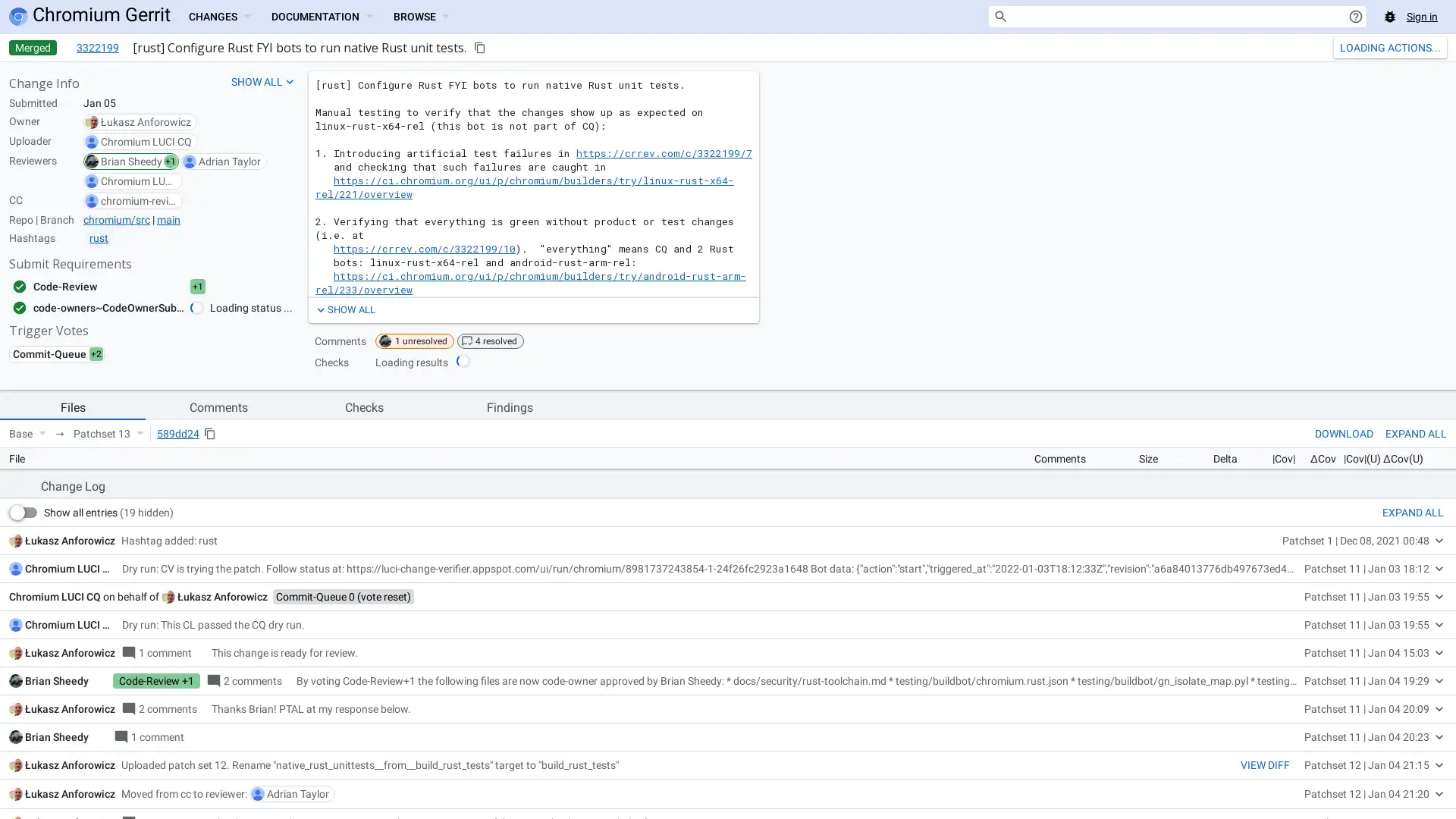  I want to click on EXPAND ALL, so click(1415, 433).